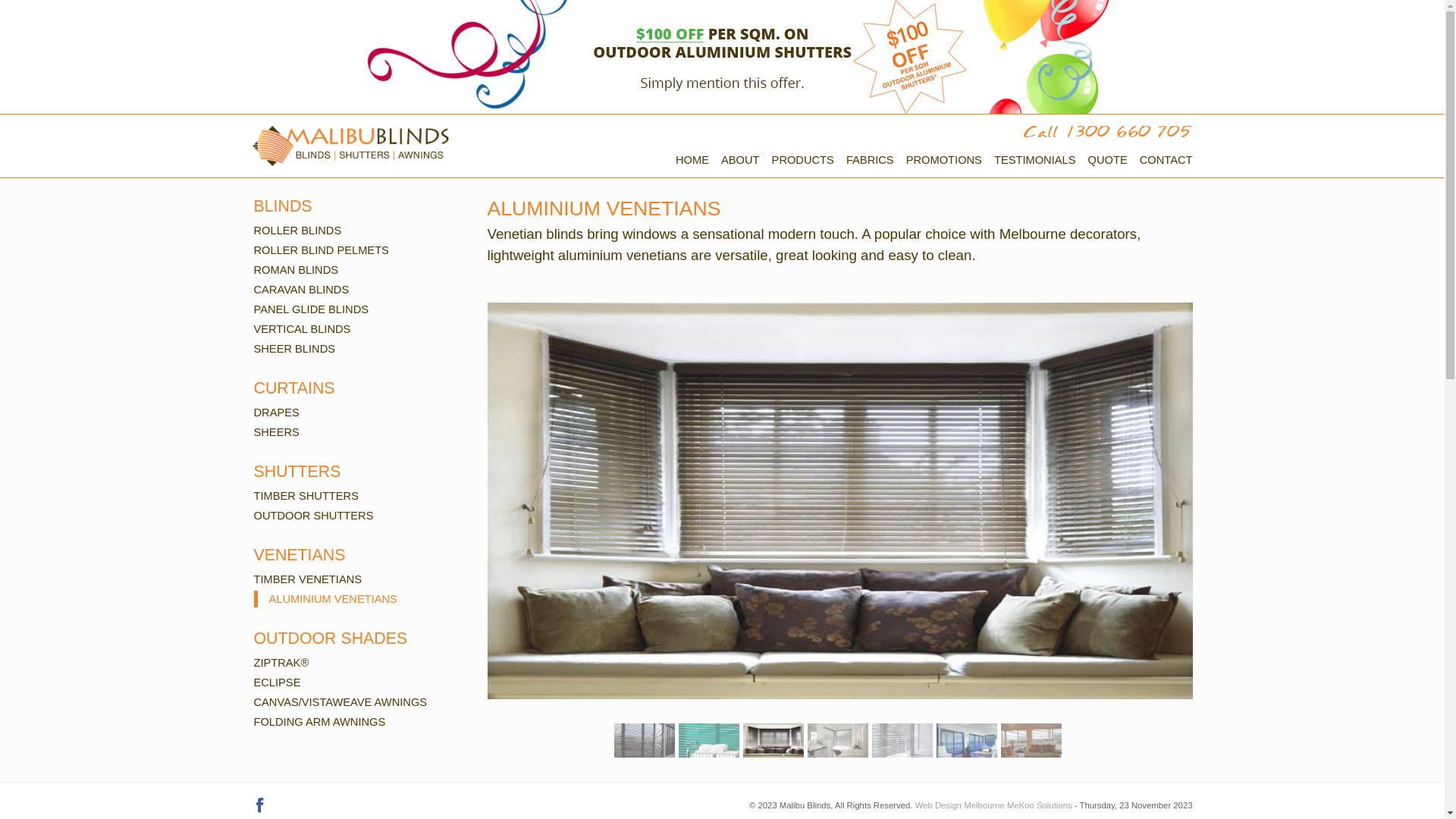  Describe the element at coordinates (359, 514) in the screenshot. I see `'OUTDOOR SHUTTERS'` at that location.